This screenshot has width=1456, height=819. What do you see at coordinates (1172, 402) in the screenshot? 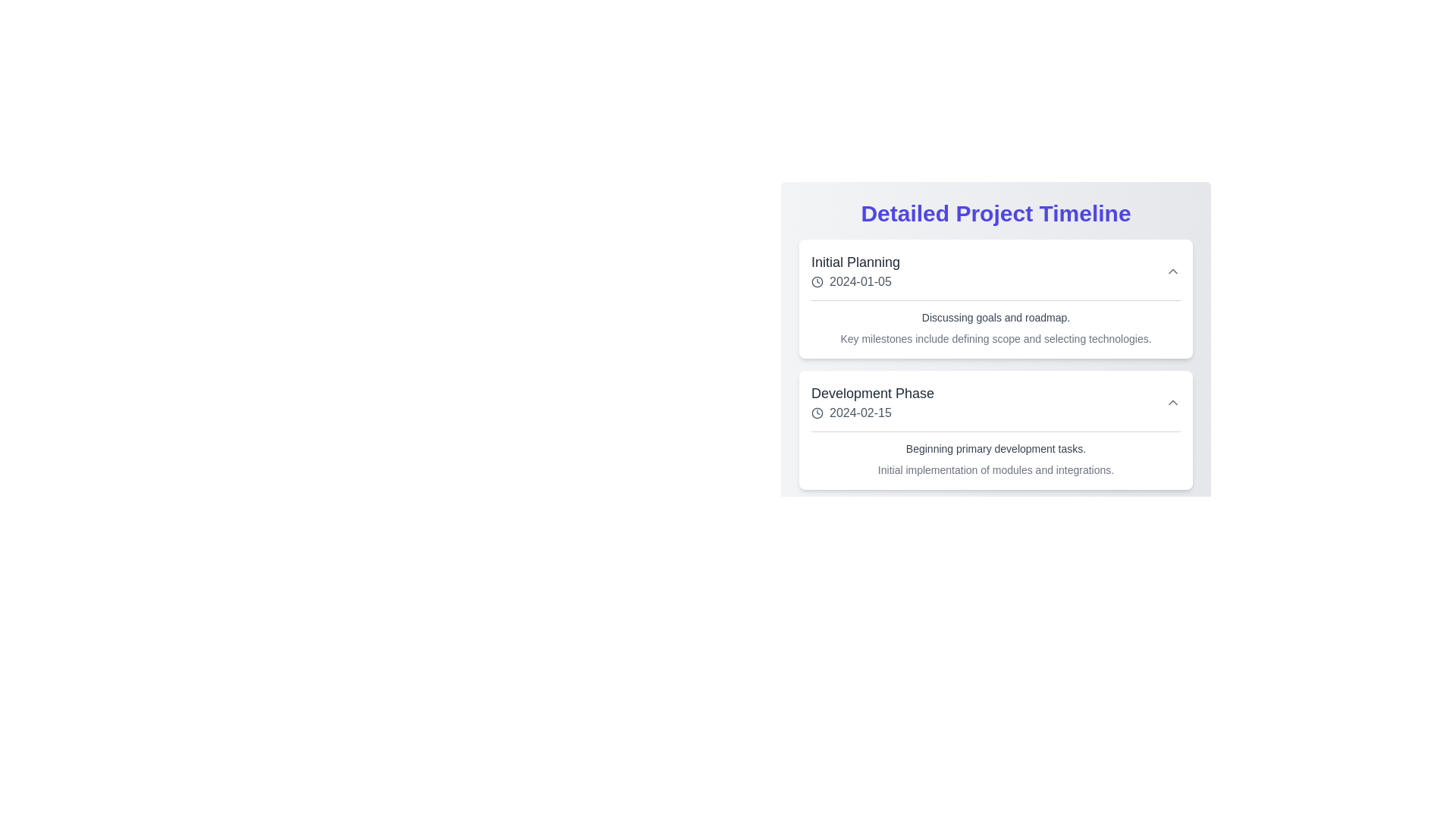
I see `the toggle button located at the far right side of the 'Development Phase' section` at bounding box center [1172, 402].